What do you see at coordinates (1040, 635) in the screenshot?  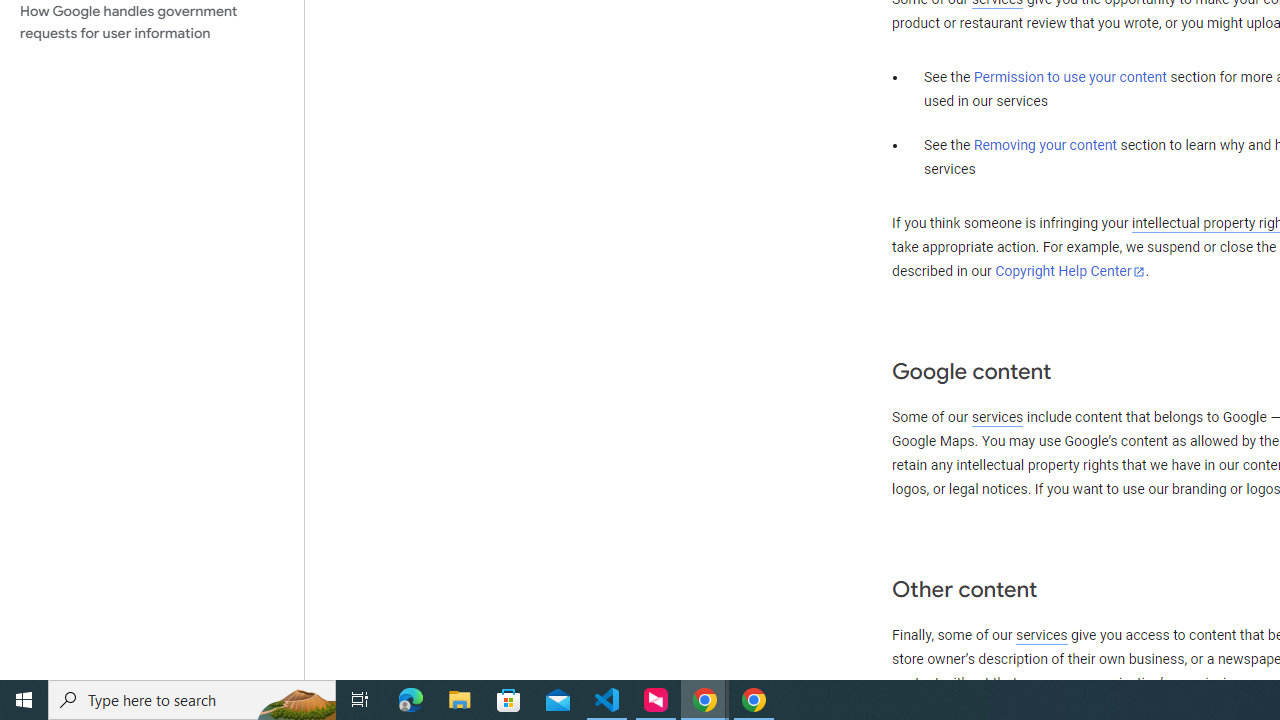 I see `'services'` at bounding box center [1040, 635].